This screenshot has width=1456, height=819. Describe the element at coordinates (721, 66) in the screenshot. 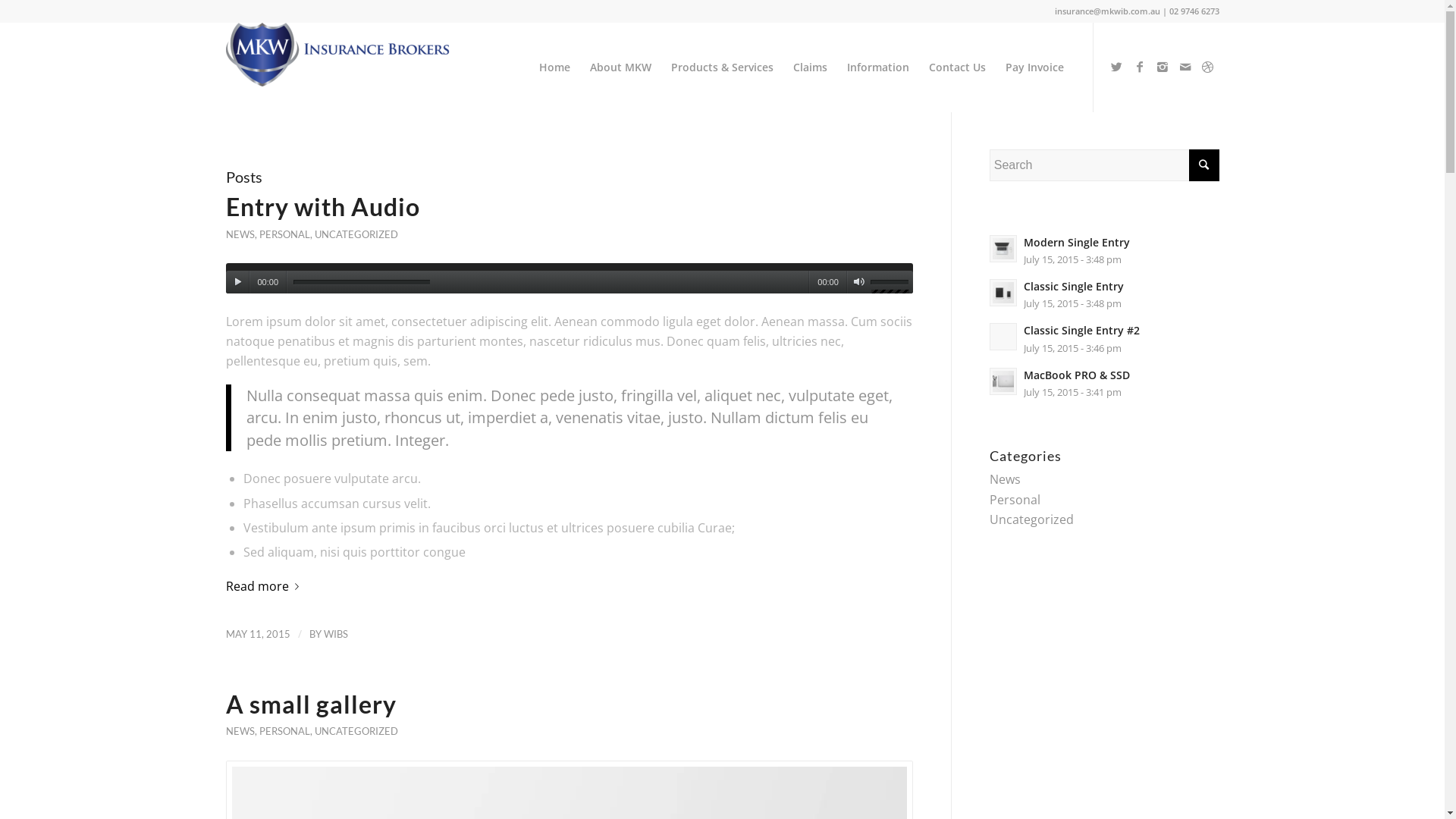

I see `'Products & Services'` at that location.